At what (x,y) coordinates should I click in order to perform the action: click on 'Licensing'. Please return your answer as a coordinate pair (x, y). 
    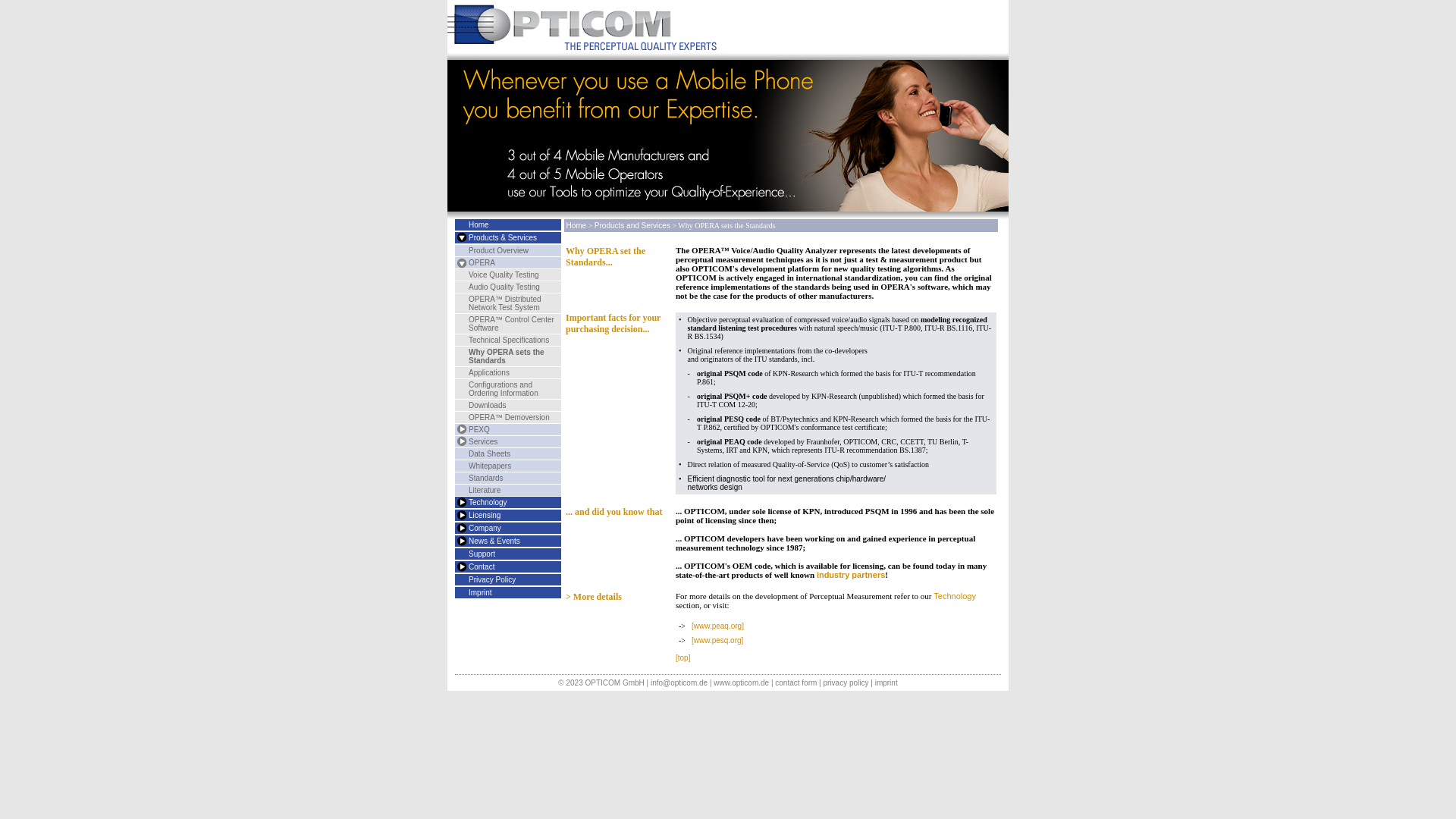
    Looking at the image, I should click on (459, 514).